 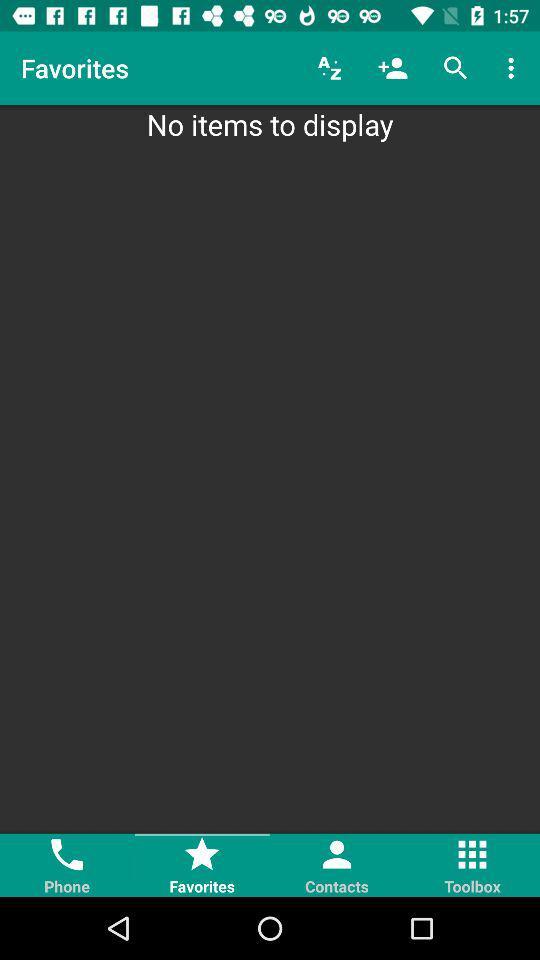 What do you see at coordinates (337, 864) in the screenshot?
I see `contacts icon` at bounding box center [337, 864].